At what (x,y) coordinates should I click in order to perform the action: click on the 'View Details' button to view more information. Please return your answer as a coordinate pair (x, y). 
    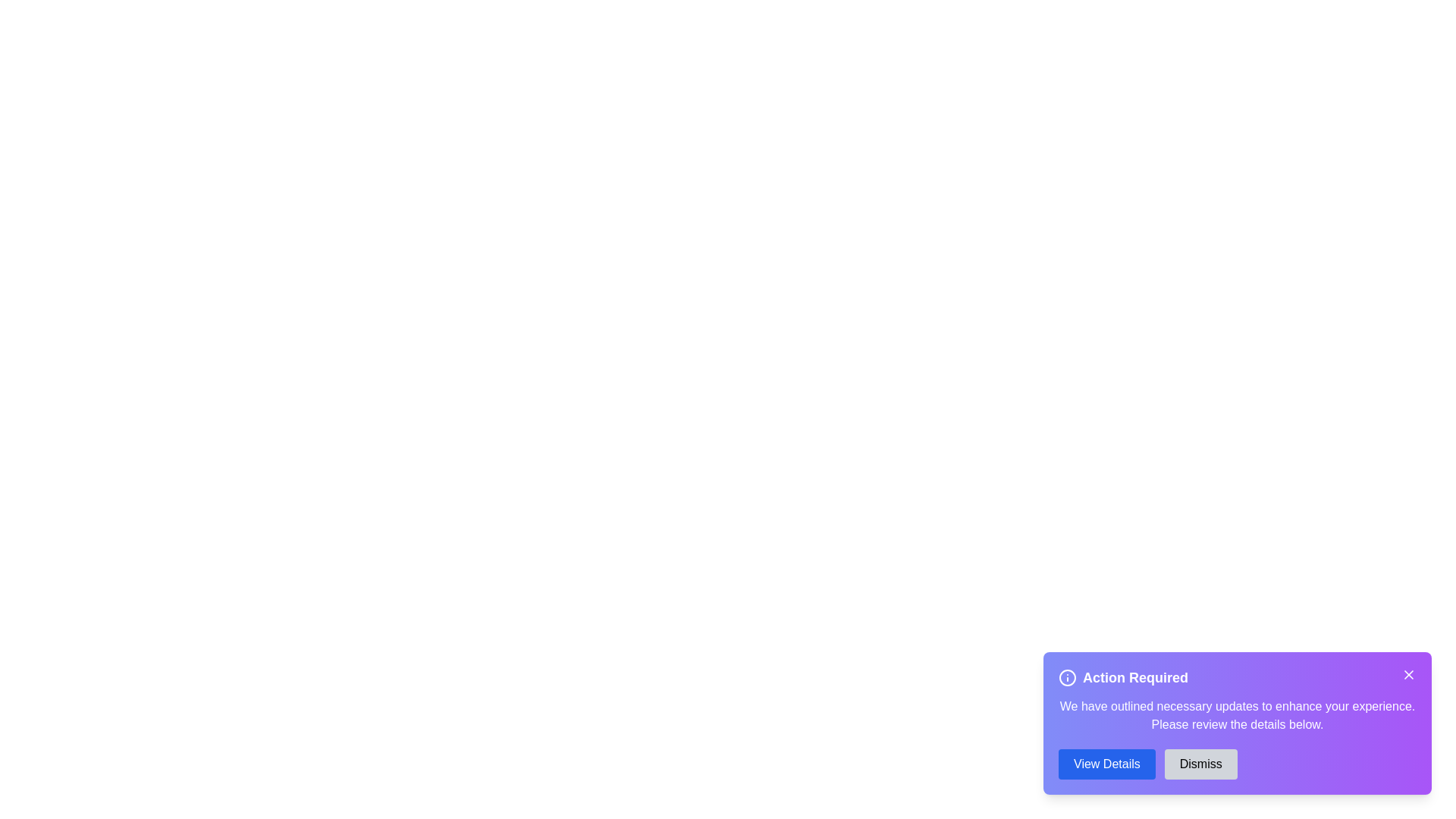
    Looking at the image, I should click on (1106, 764).